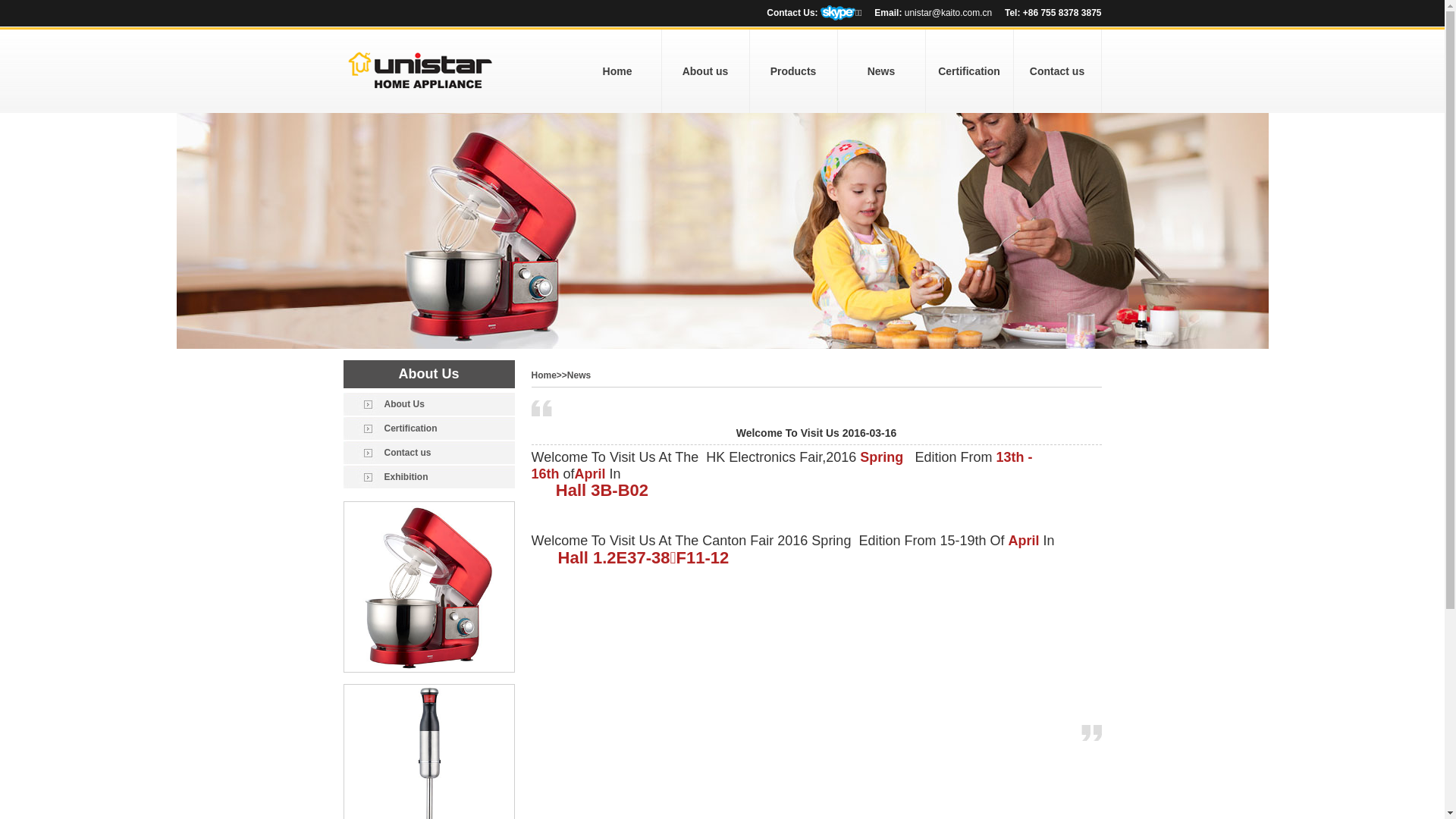 The image size is (1456, 819). What do you see at coordinates (428, 475) in the screenshot?
I see `'Exhibition'` at bounding box center [428, 475].